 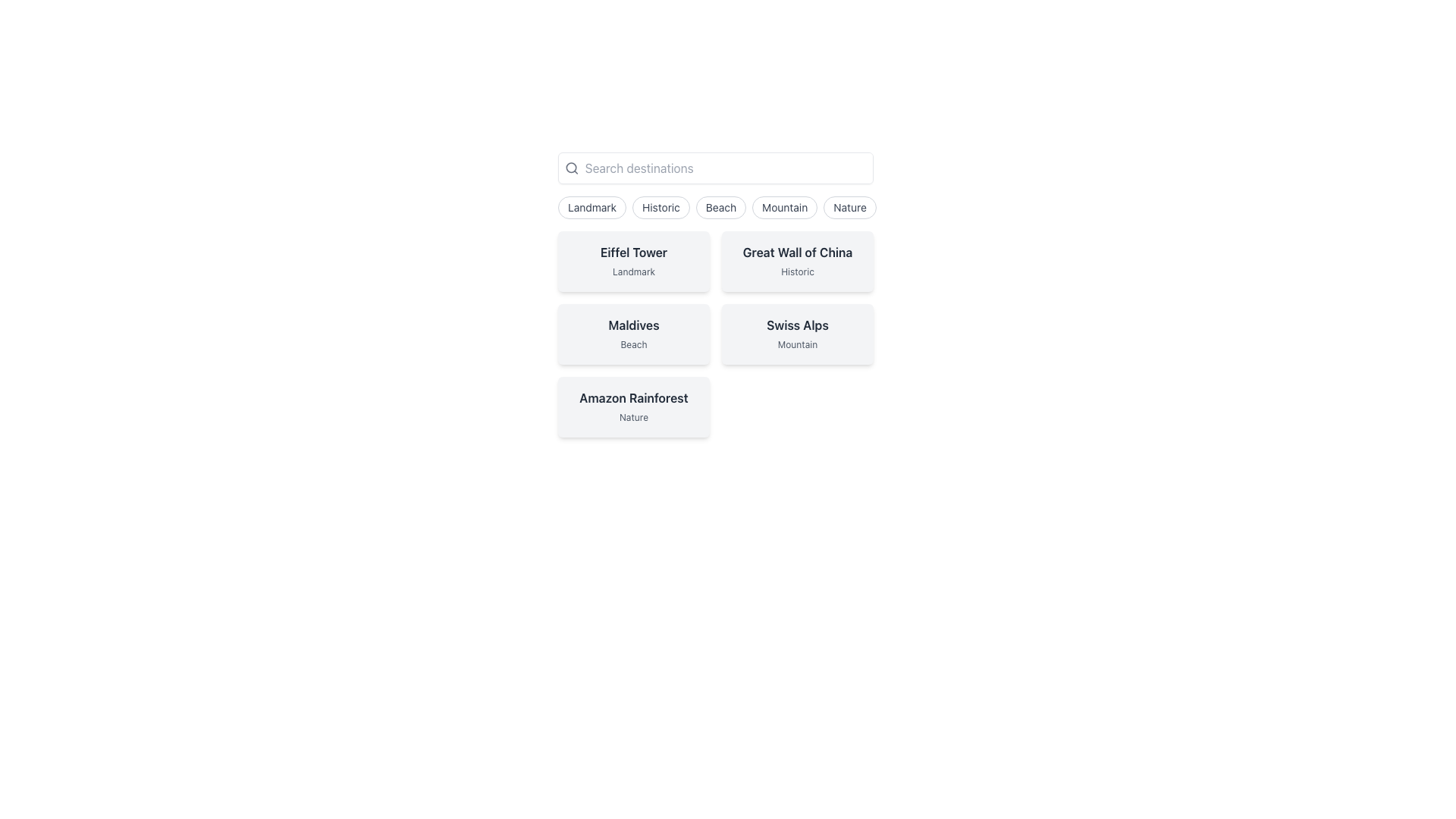 I want to click on small text label that reads 'Nature' in light gray color, positioned below the bold 'Amazon Rainforest' text, so click(x=633, y=417).